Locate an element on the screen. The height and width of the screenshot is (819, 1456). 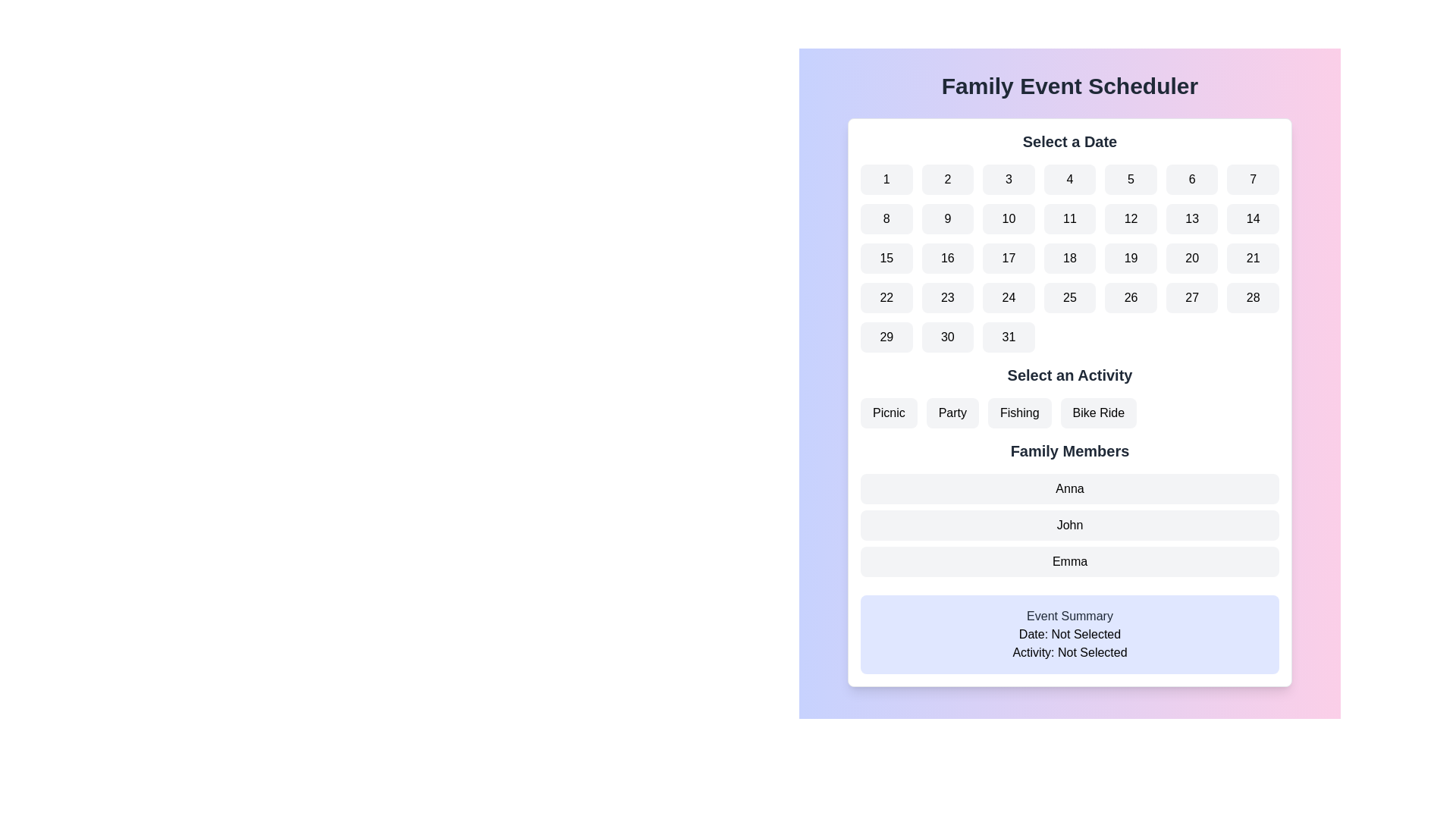
the date selector grid cell located below the 'Select a Date' title is located at coordinates (1069, 257).